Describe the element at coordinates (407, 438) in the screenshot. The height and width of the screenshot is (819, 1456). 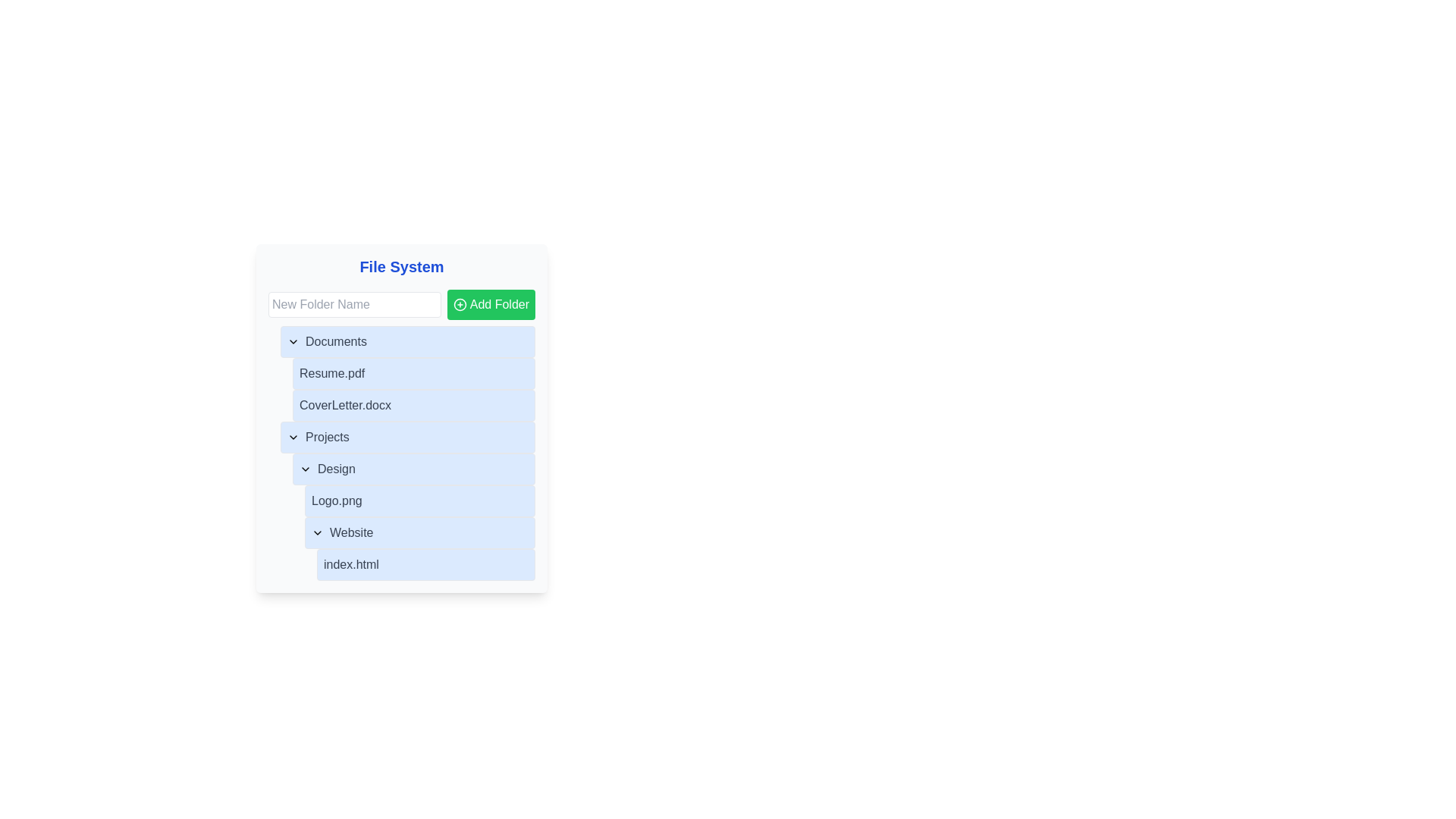
I see `the 'Projects' collapsible list item` at that location.